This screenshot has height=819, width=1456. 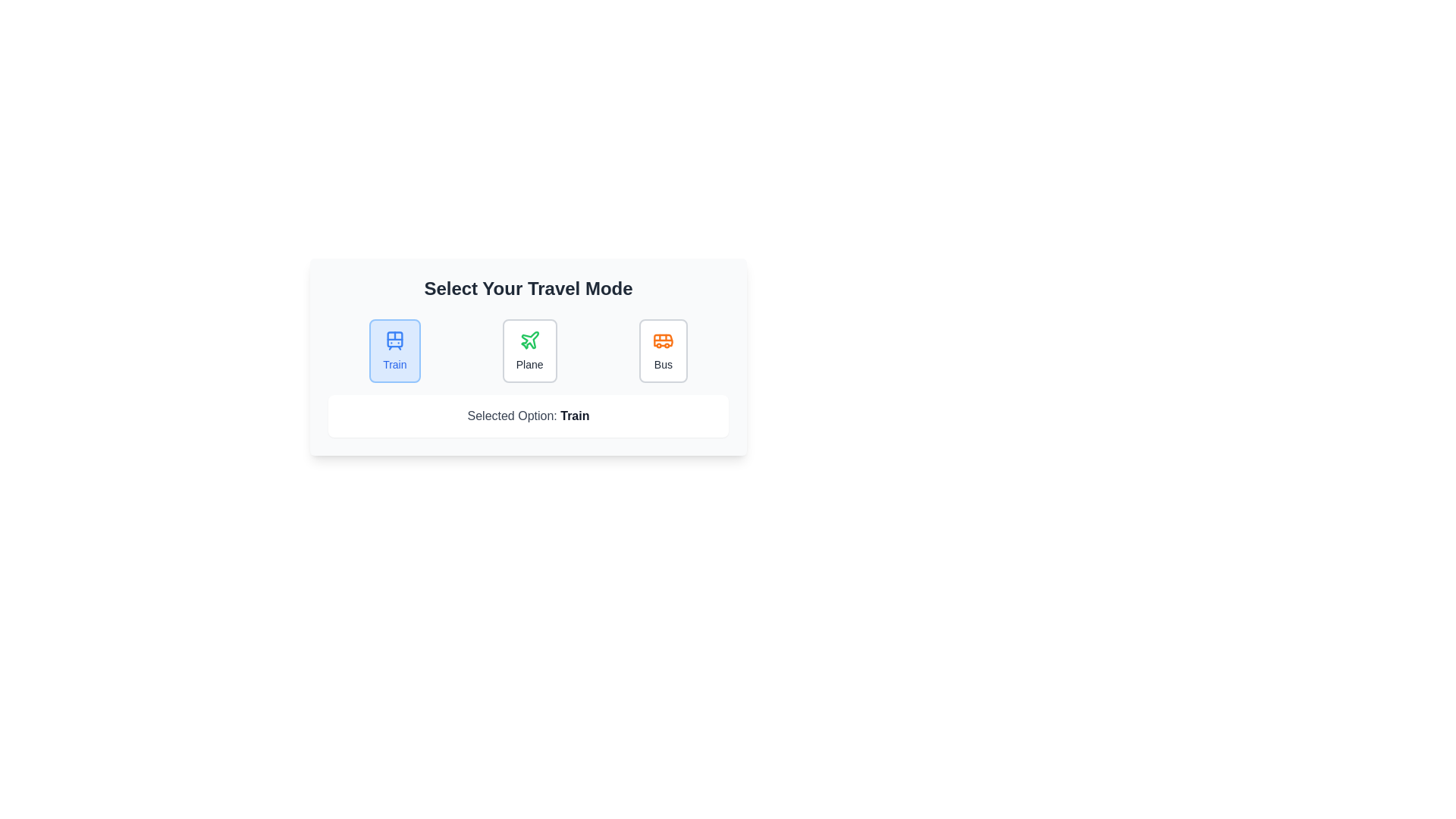 What do you see at coordinates (663, 350) in the screenshot?
I see `the 'Bus' button, which is the third button in a horizontal group of three located near the top center of the interface` at bounding box center [663, 350].